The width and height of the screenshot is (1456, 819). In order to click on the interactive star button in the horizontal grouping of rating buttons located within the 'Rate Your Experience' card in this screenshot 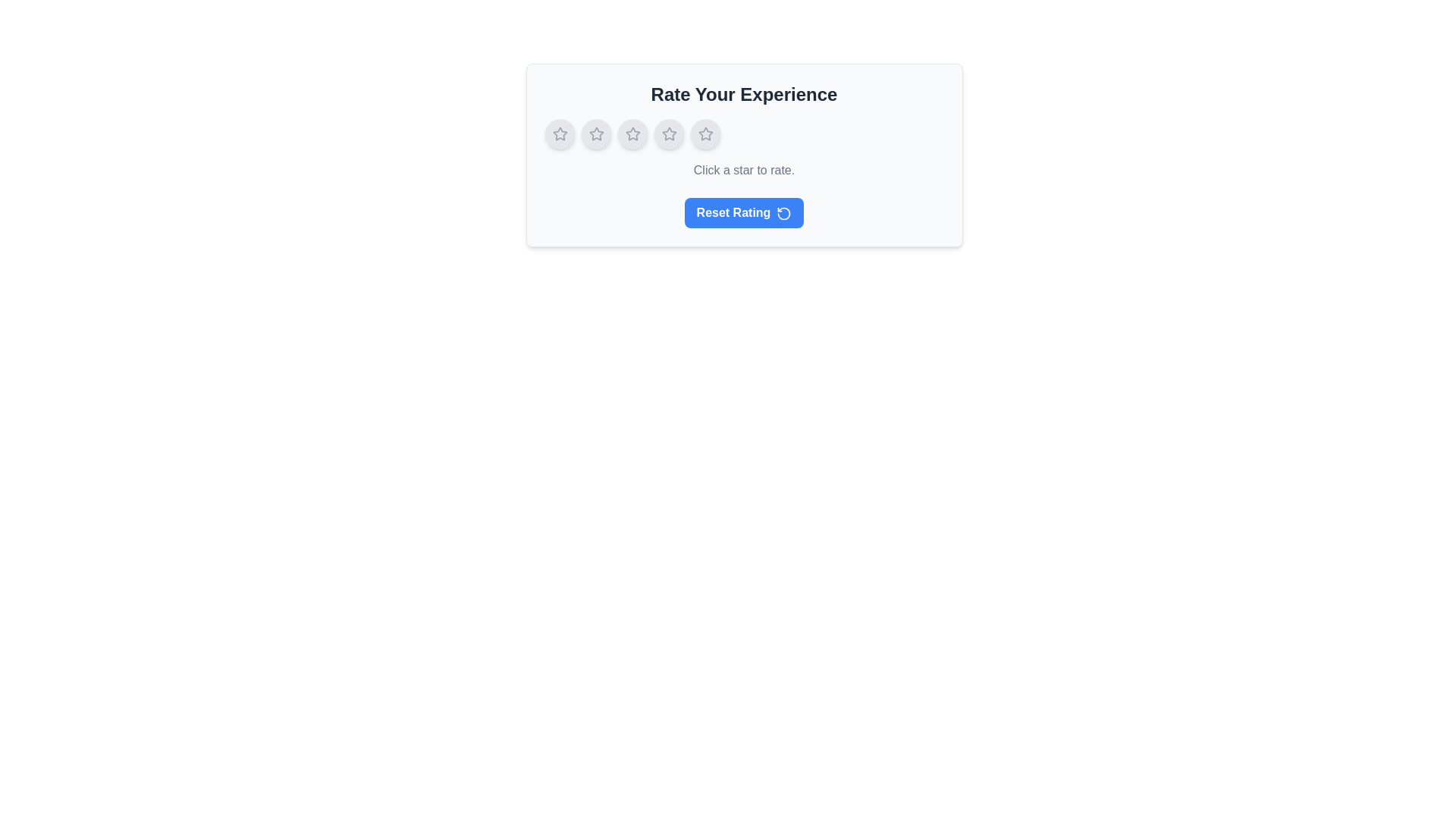, I will do `click(744, 133)`.